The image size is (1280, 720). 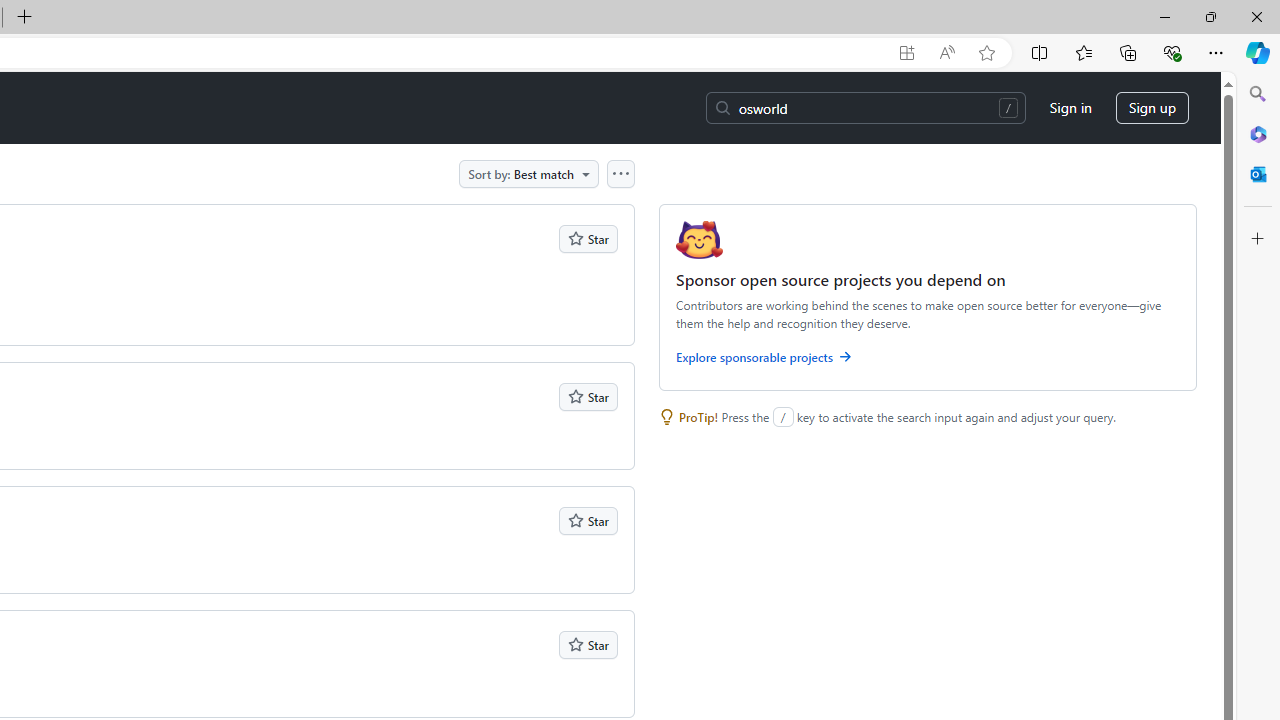 I want to click on 'Sign in', so click(x=1069, y=108).